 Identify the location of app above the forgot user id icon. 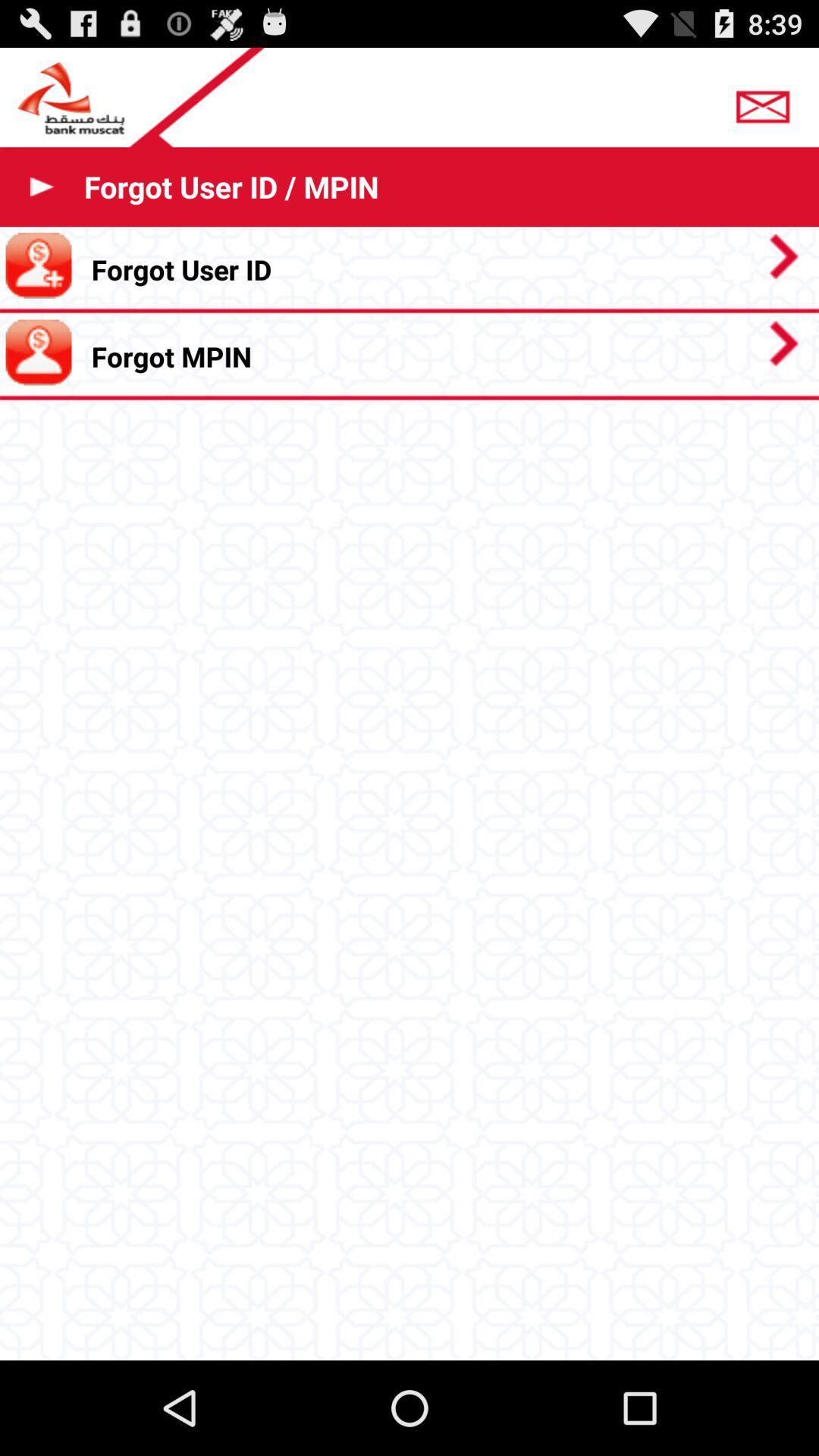
(767, 101).